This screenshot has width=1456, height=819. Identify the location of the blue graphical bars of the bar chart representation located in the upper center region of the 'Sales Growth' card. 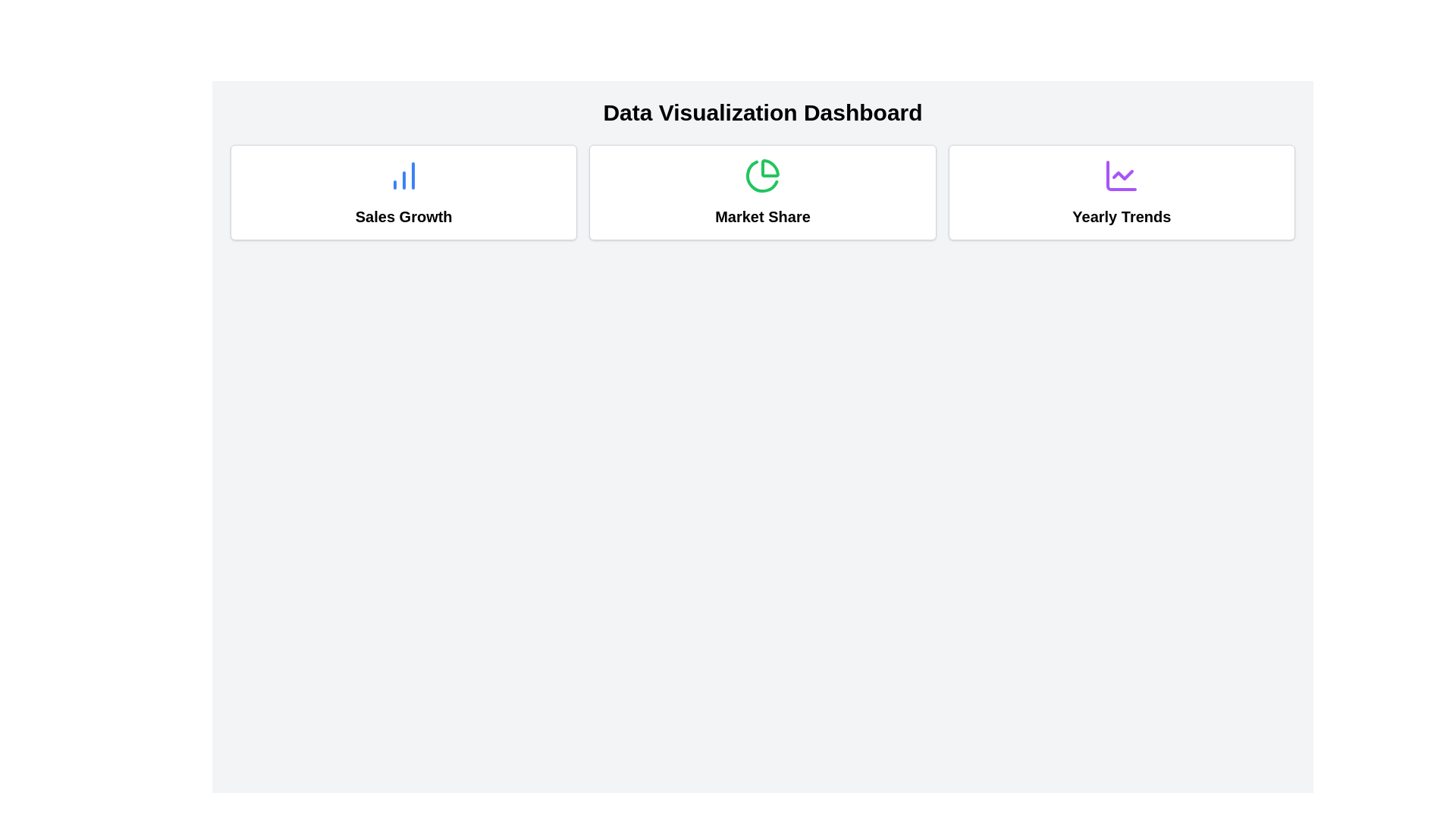
(403, 174).